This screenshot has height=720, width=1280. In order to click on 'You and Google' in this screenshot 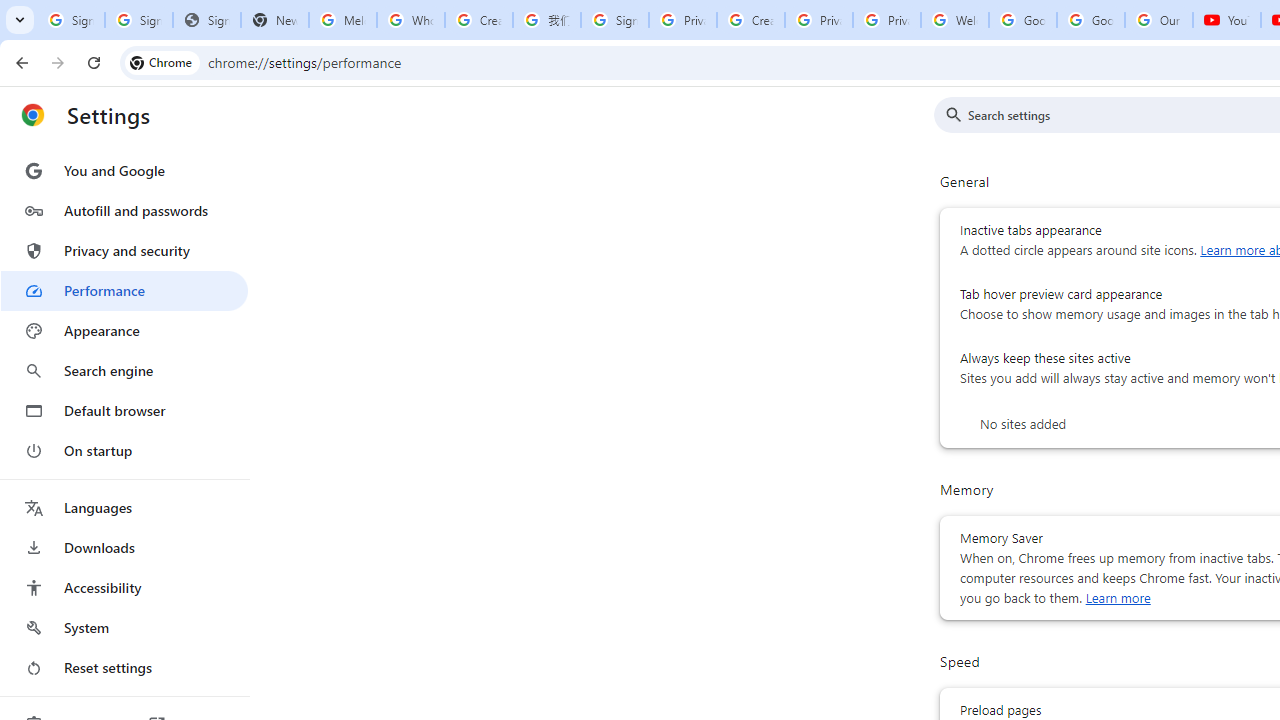, I will do `click(123, 170)`.